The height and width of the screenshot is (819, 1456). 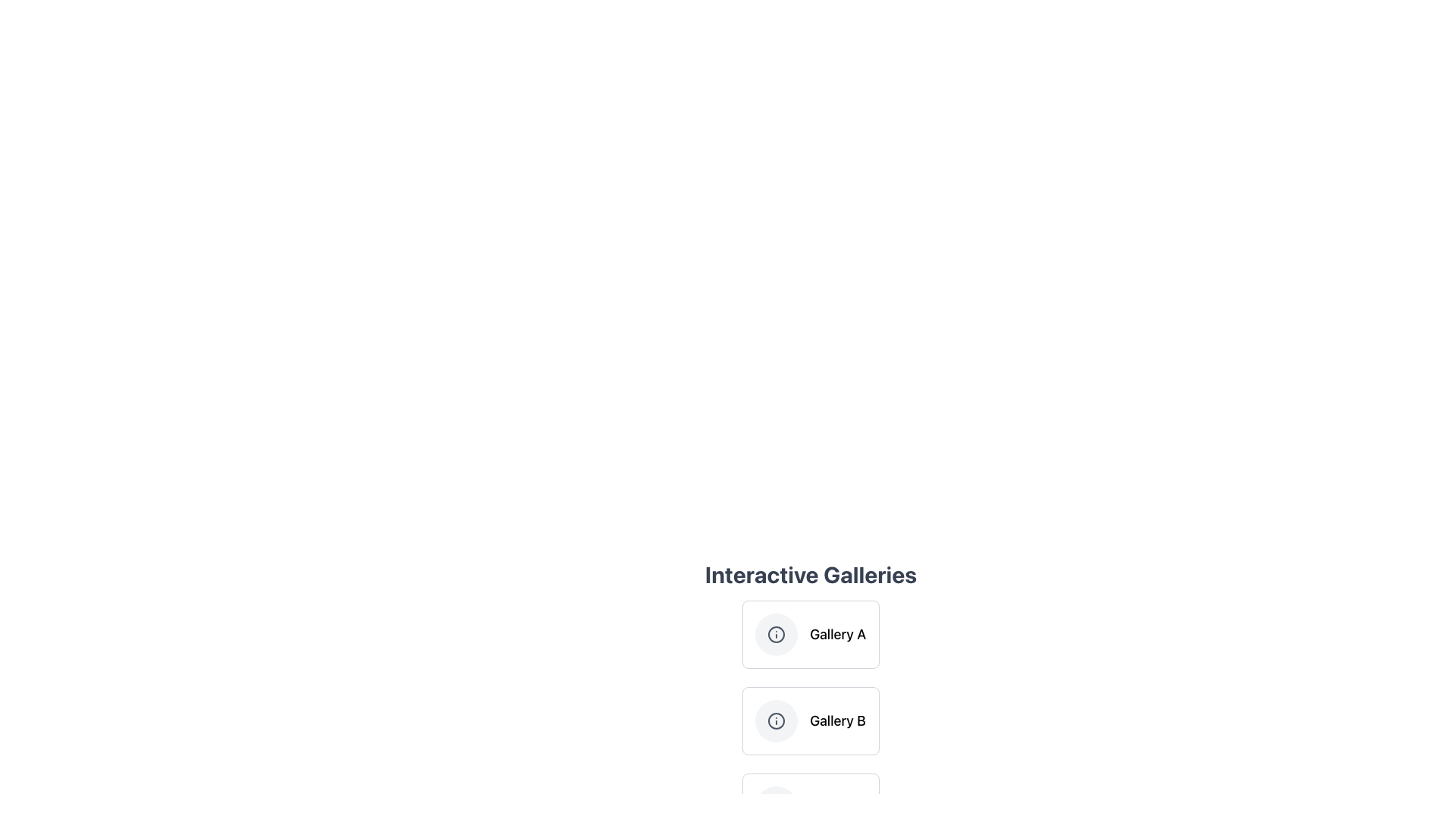 I want to click on the informational icon located above the label 'Gallery B' and below the title 'Interactive Galleries', so click(x=776, y=635).